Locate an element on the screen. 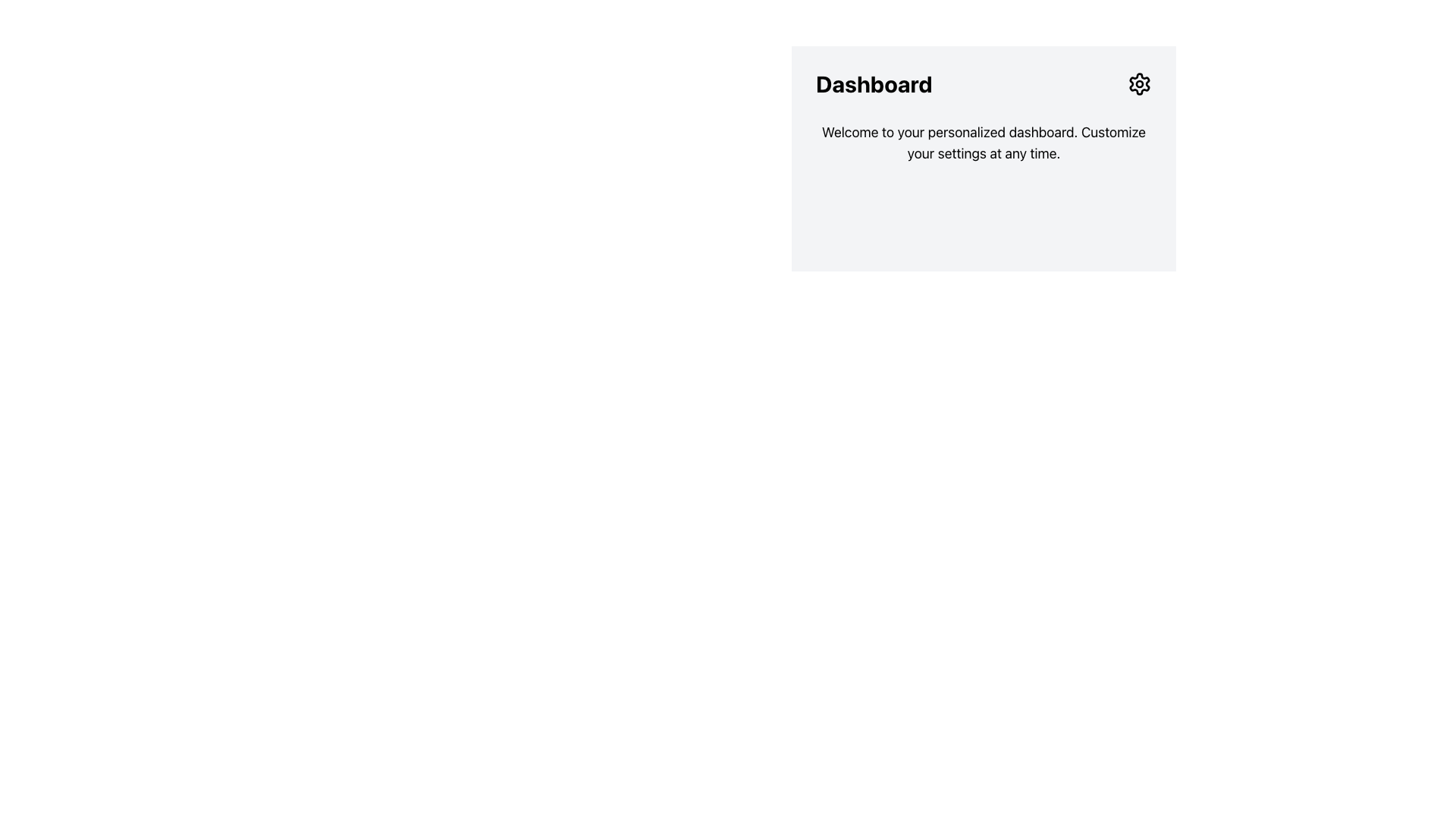 Image resolution: width=1456 pixels, height=819 pixels. the gear icon button located at the right end of the 'Dashboard' header section is located at coordinates (1139, 84).